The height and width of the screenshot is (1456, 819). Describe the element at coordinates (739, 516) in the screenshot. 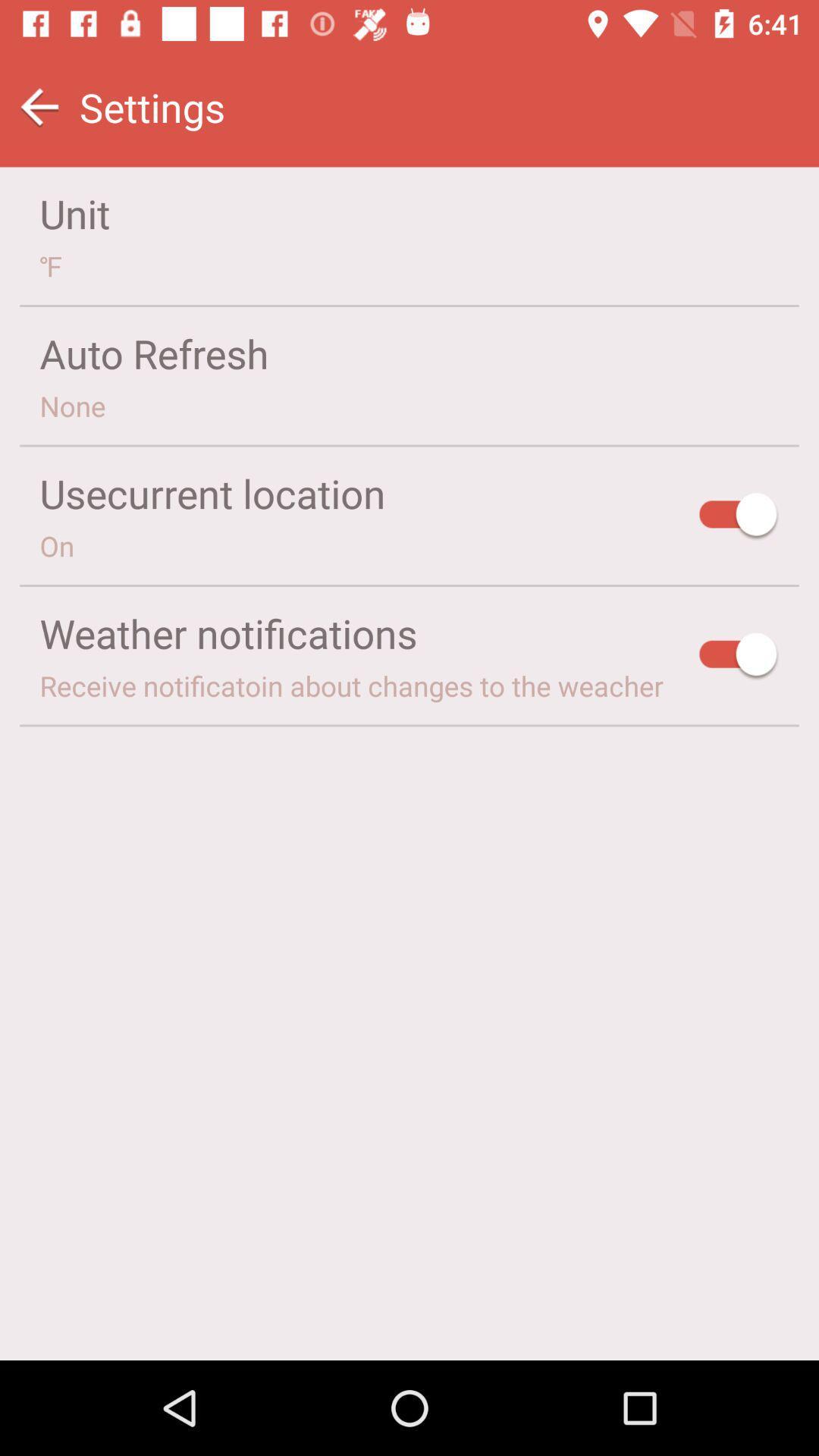

I see `item to the right of the usecurrent location` at that location.